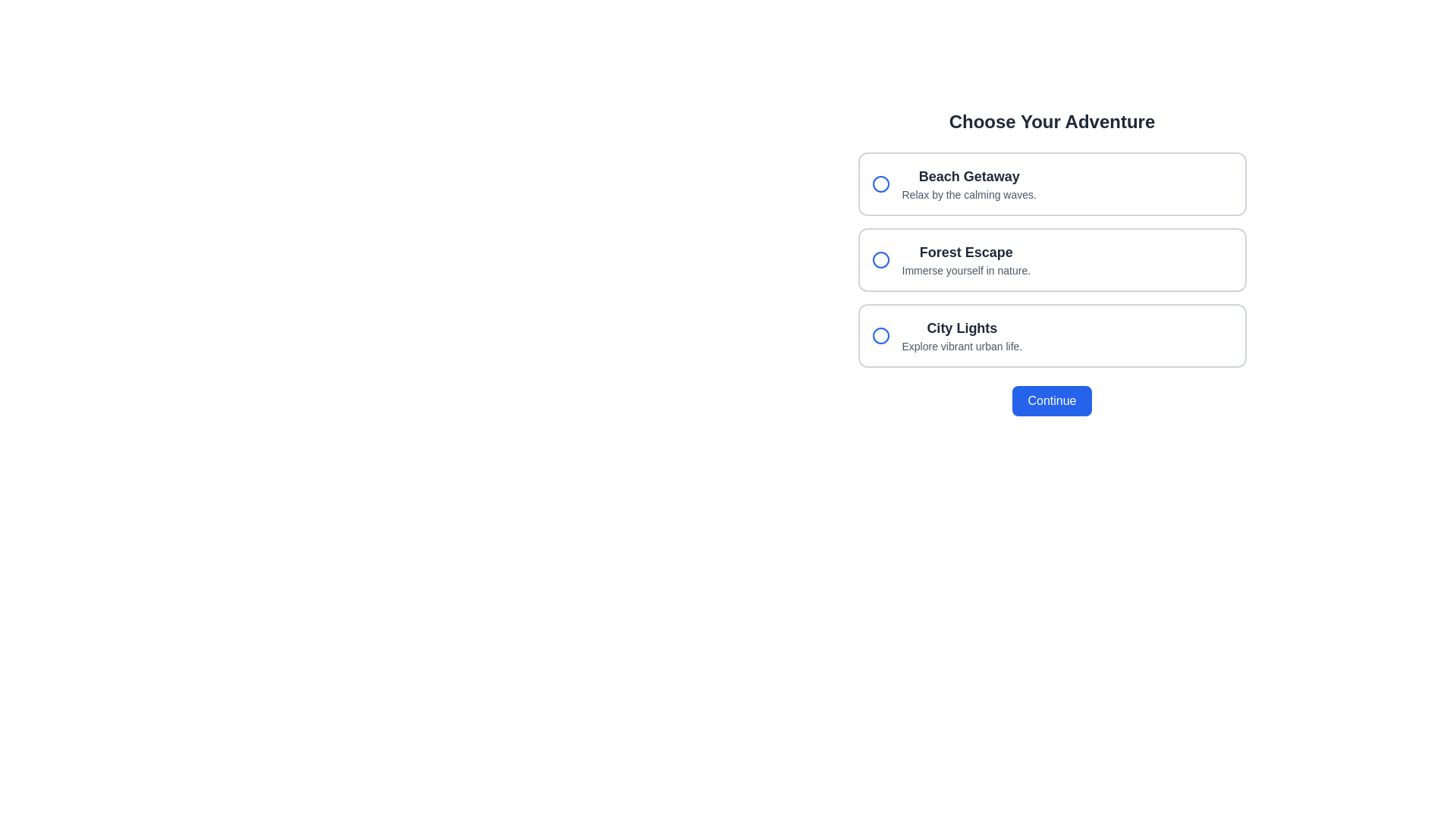 Image resolution: width=1456 pixels, height=819 pixels. I want to click on the confirmation button located below the options 'Beach Getaway', 'Forest Escape', and 'City Lights' in the layout, so click(1051, 400).